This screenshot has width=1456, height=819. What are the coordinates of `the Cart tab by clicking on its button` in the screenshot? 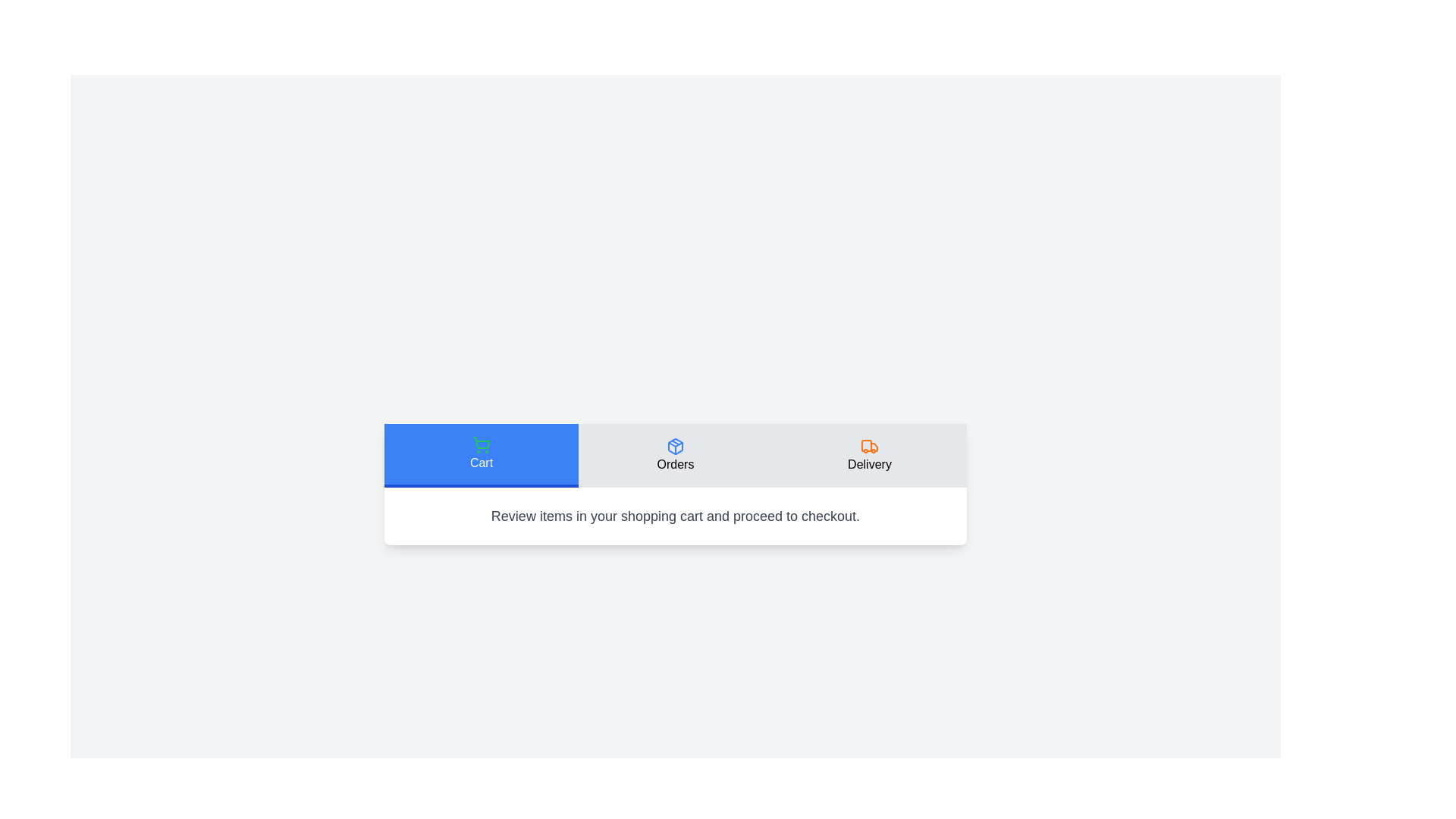 It's located at (480, 455).